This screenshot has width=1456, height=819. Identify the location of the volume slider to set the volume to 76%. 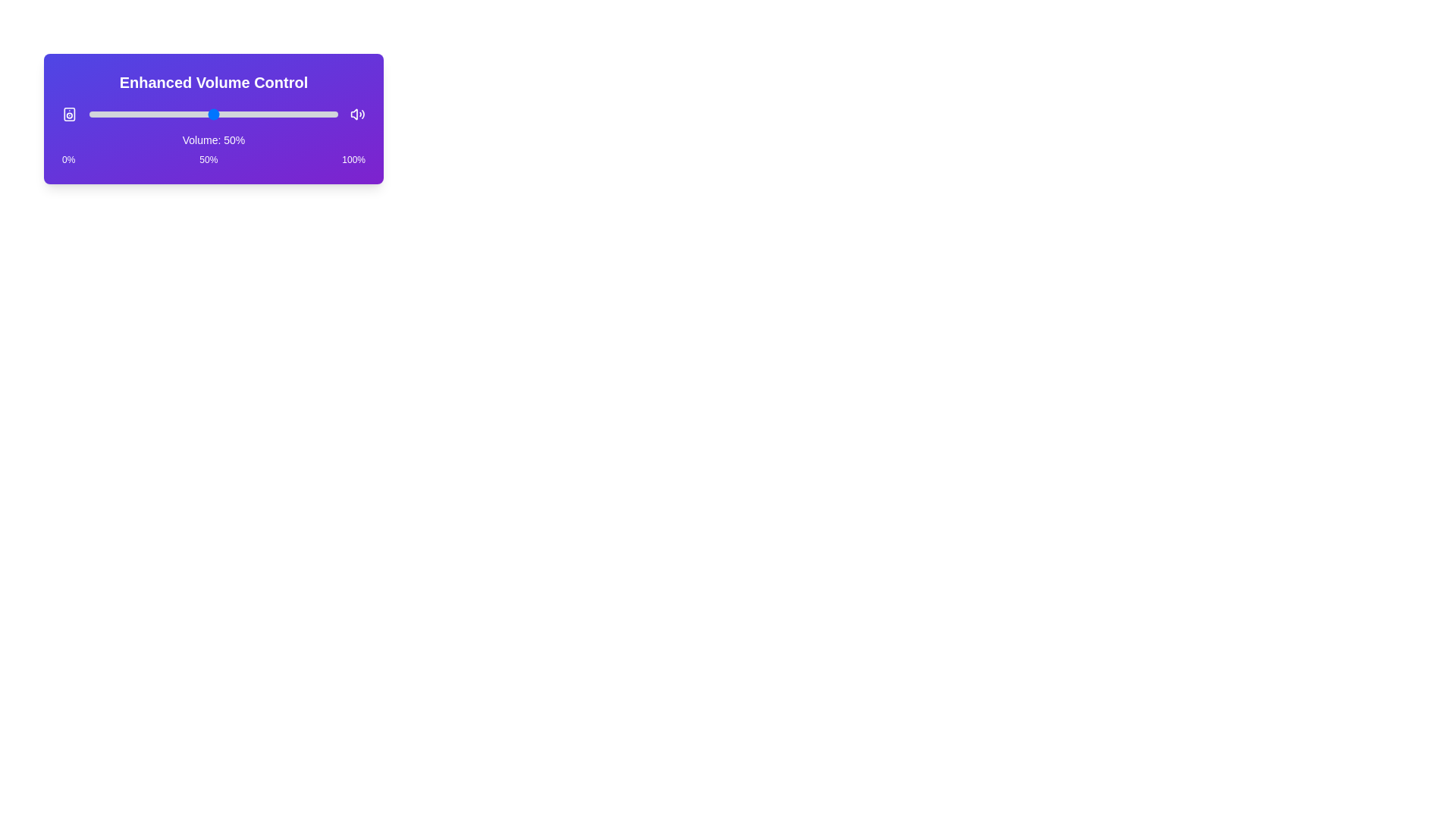
(278, 113).